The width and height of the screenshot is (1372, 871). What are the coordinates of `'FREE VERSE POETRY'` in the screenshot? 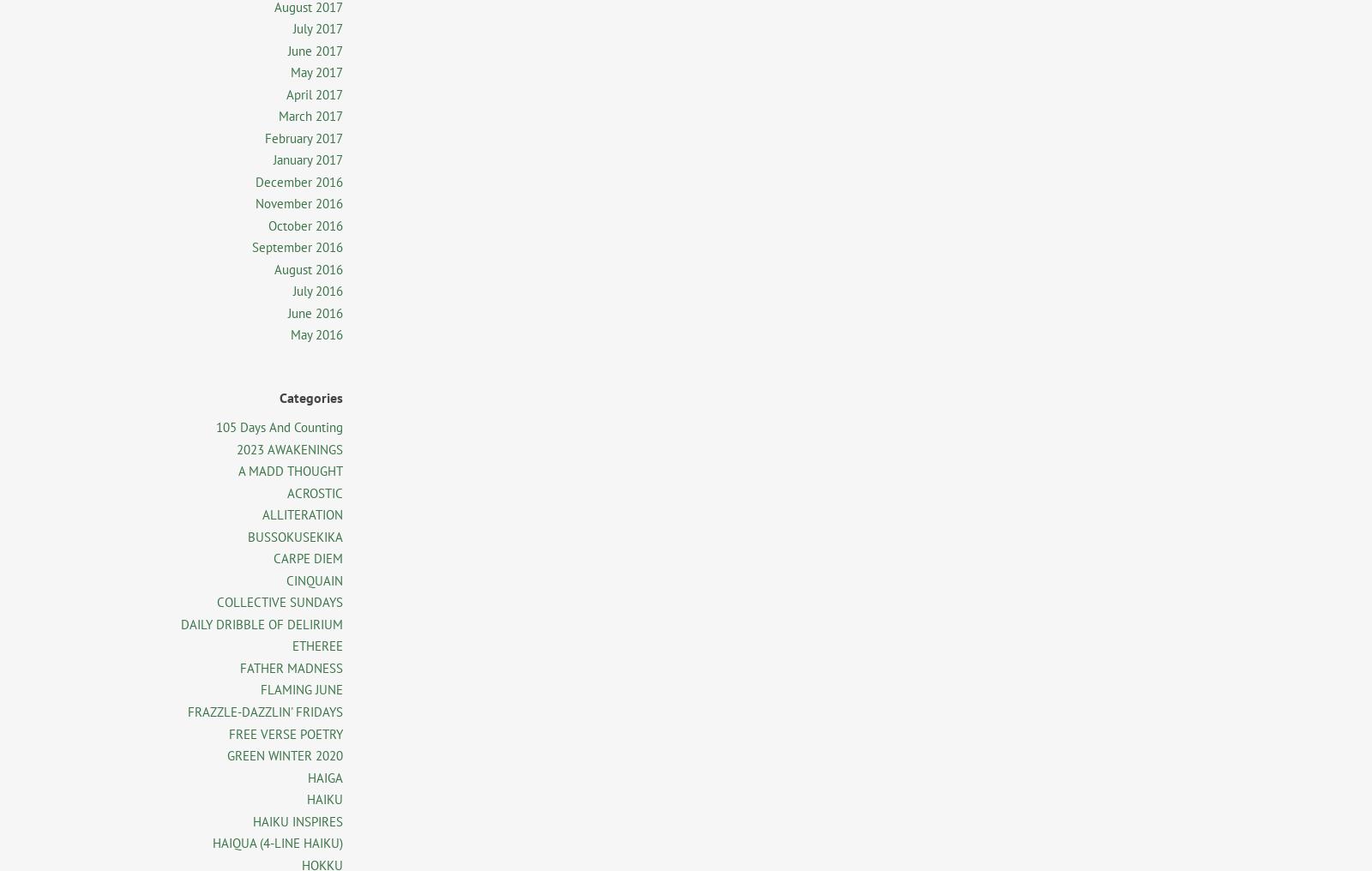 It's located at (286, 733).